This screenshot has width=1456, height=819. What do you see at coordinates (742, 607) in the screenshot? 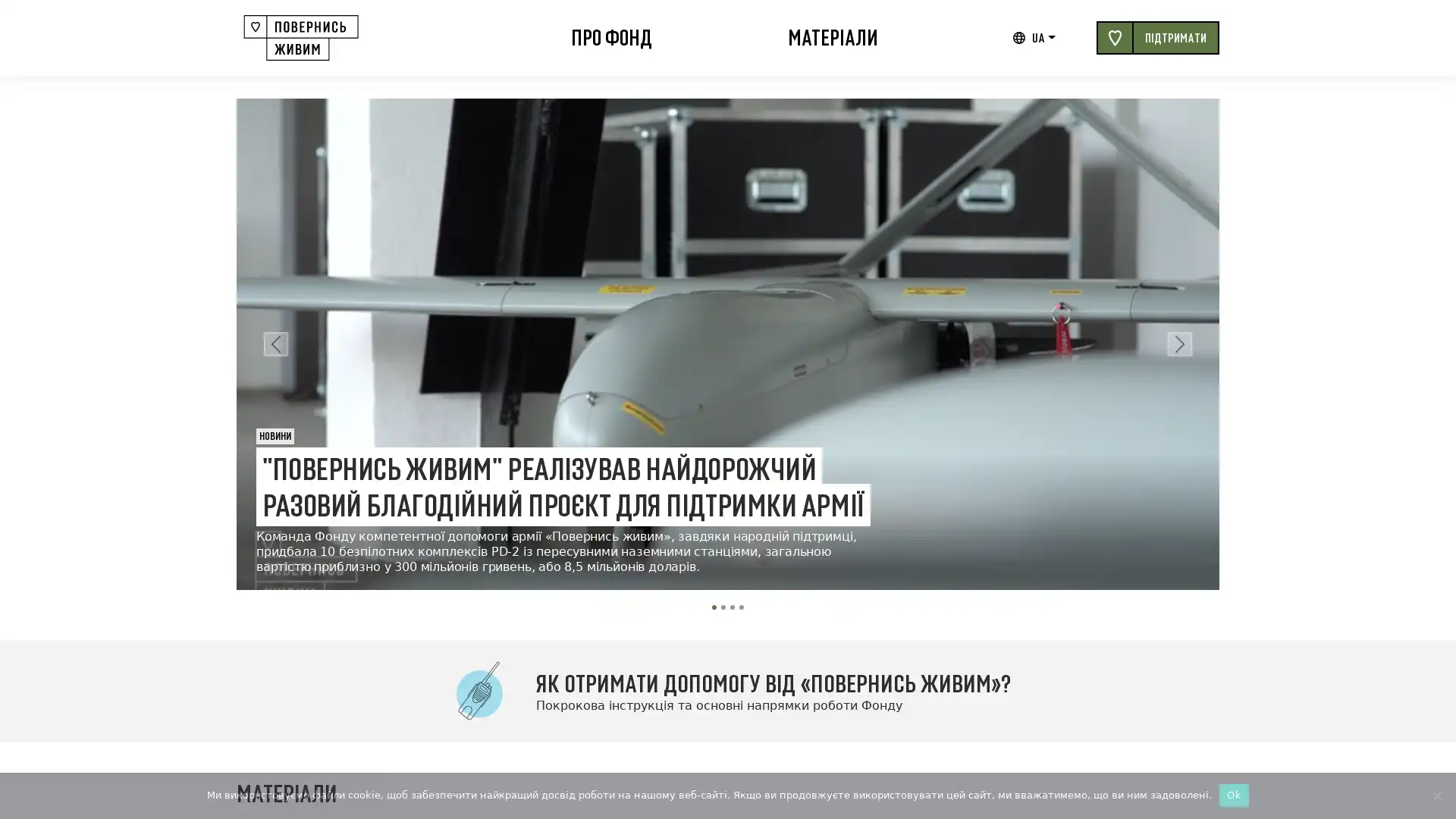
I see `3` at bounding box center [742, 607].